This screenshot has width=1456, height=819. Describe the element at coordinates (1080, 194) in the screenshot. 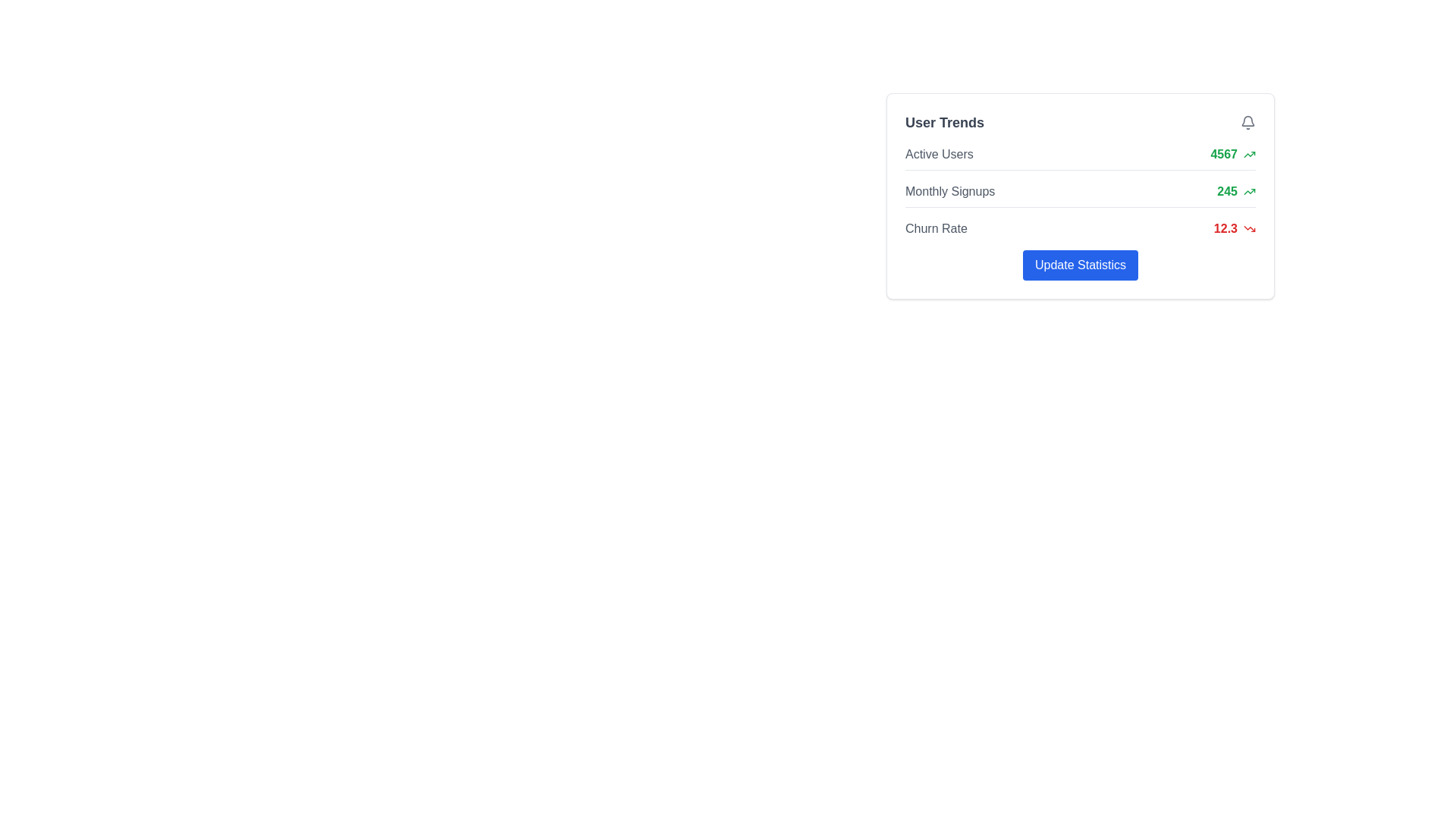

I see `the information display row indicating the number of monthly signups, which is the second item in the 'User Trends' section, positioned below 'Active Users'` at that location.